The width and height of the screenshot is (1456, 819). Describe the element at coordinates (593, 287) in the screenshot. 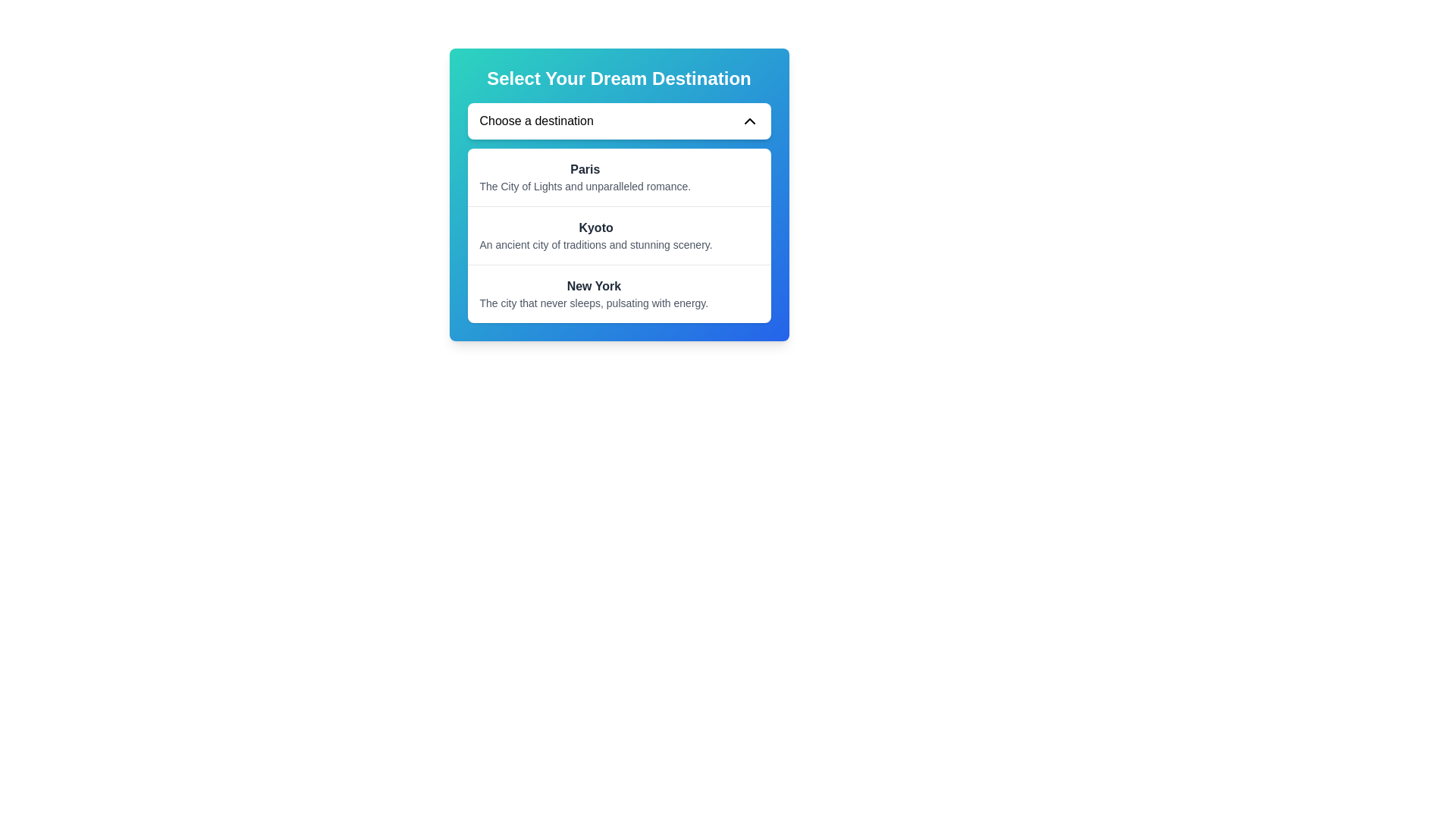

I see `the text label element displaying 'New York', which is positioned as the heading above the descriptive text in the third dropdown option group` at that location.